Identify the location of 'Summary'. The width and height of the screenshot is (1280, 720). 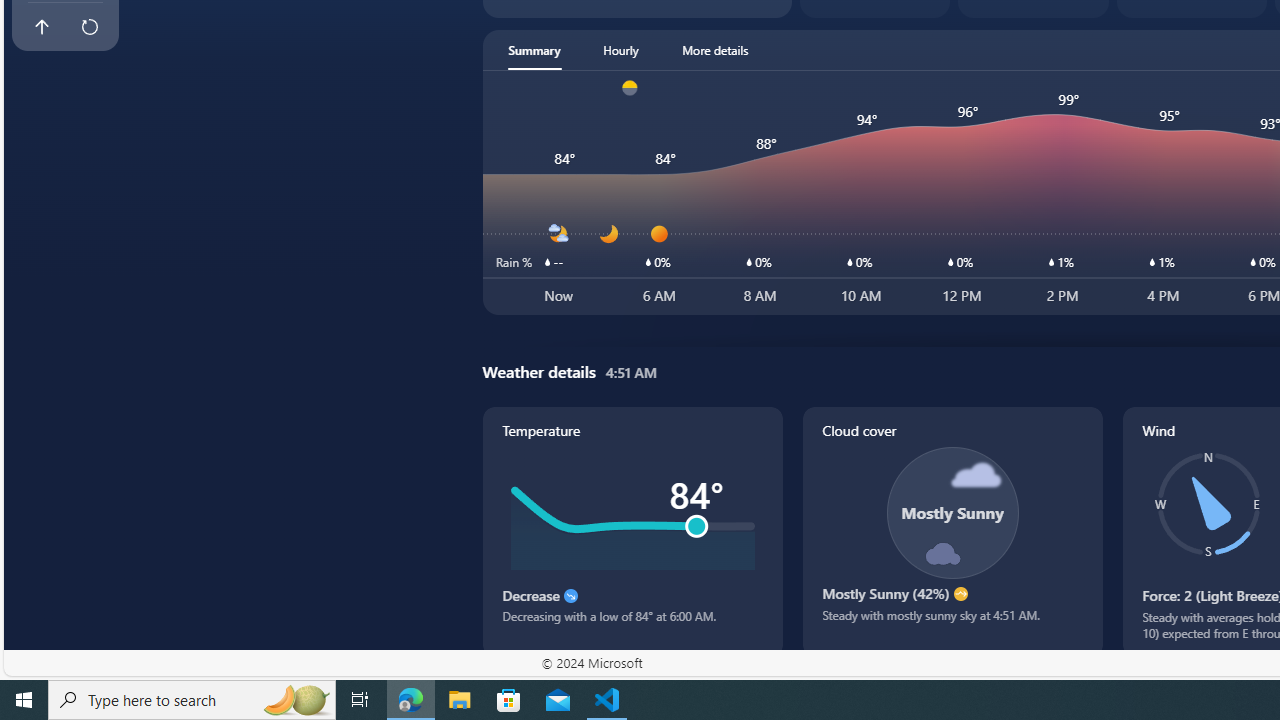
(534, 49).